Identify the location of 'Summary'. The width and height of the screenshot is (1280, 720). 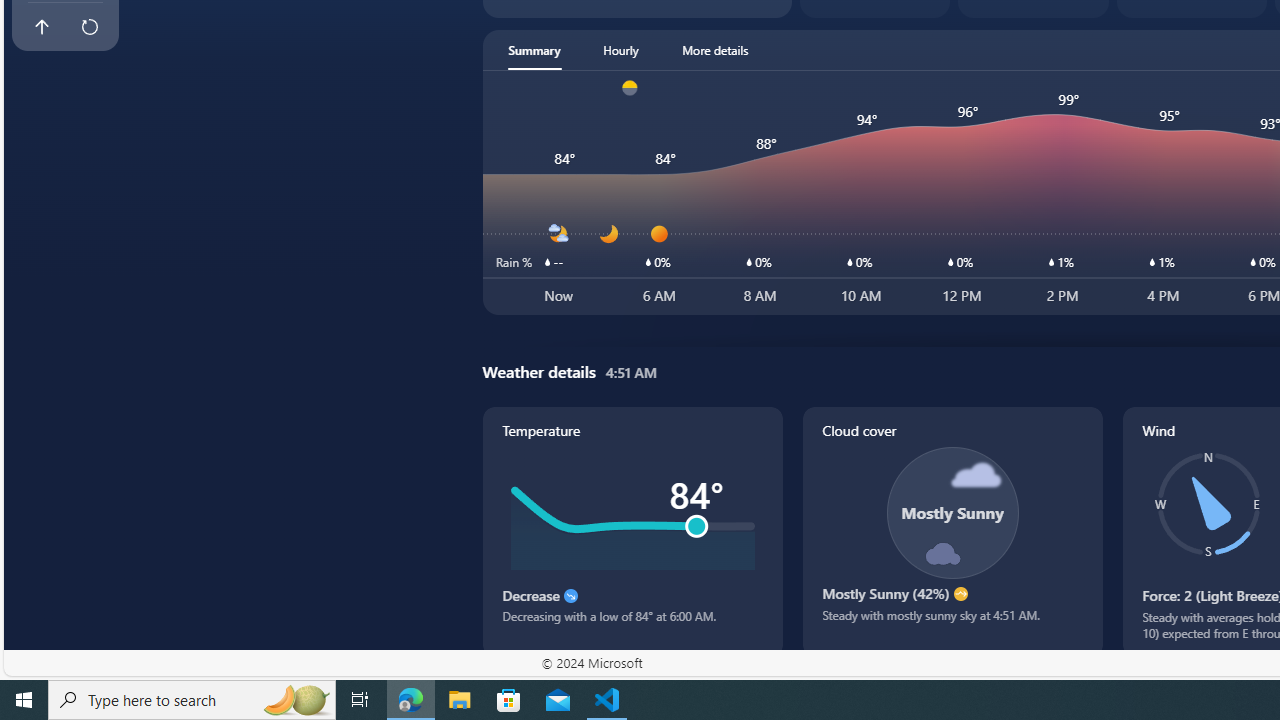
(534, 49).